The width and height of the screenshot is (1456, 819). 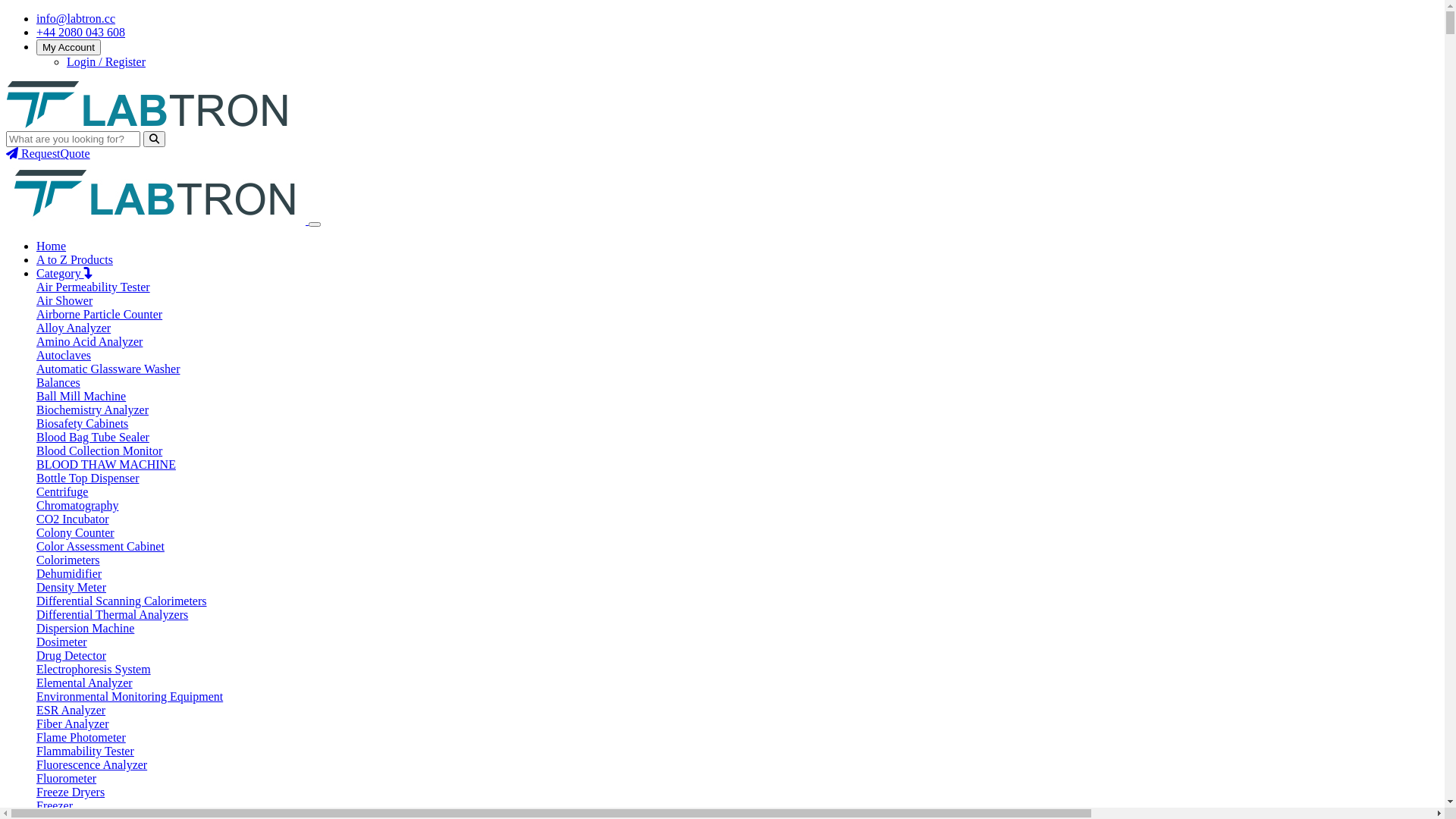 What do you see at coordinates (71, 654) in the screenshot?
I see `'Drug Detector'` at bounding box center [71, 654].